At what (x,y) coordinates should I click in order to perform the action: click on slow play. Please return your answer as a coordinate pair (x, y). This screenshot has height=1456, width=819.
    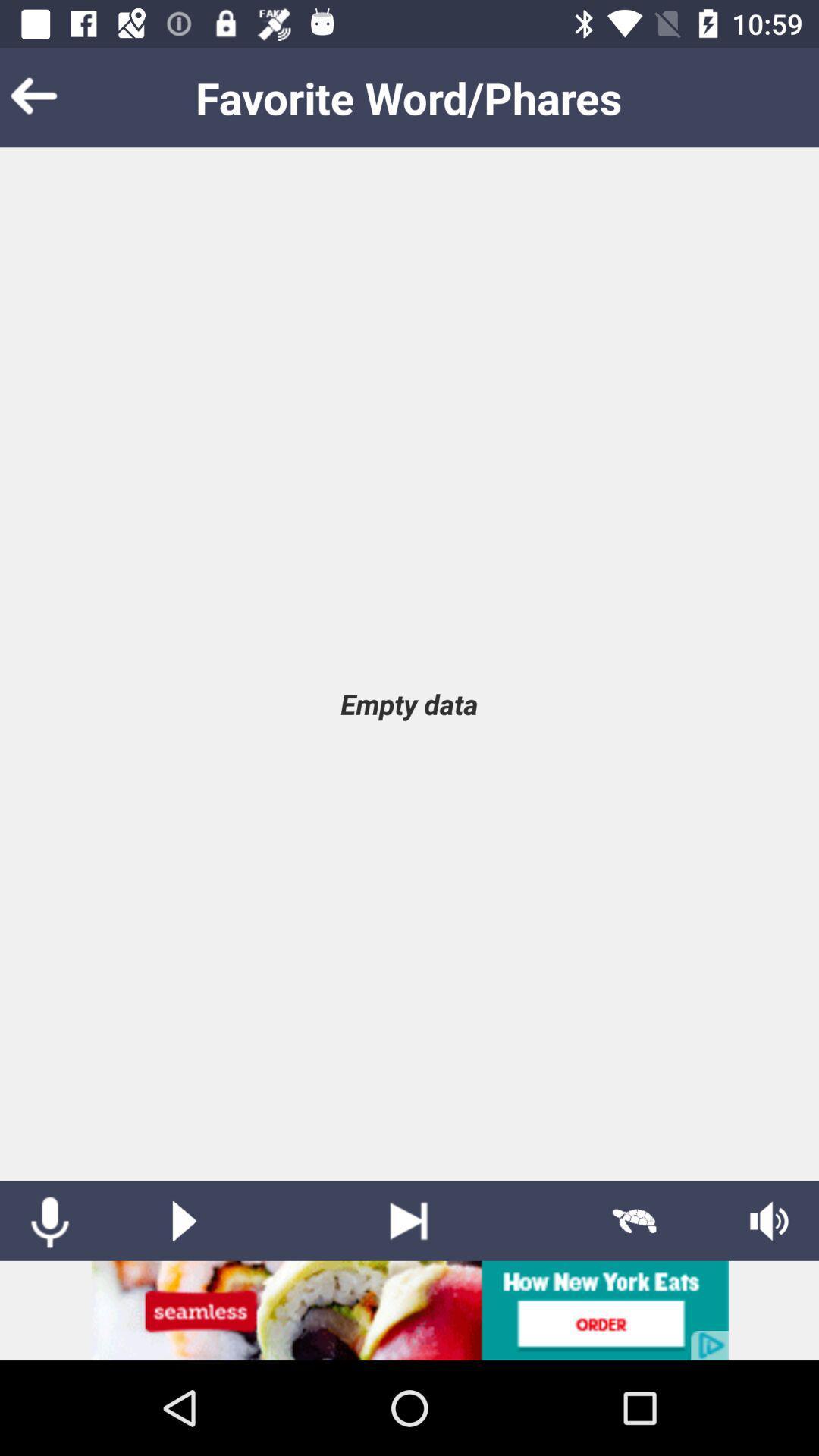
    Looking at the image, I should click on (634, 1221).